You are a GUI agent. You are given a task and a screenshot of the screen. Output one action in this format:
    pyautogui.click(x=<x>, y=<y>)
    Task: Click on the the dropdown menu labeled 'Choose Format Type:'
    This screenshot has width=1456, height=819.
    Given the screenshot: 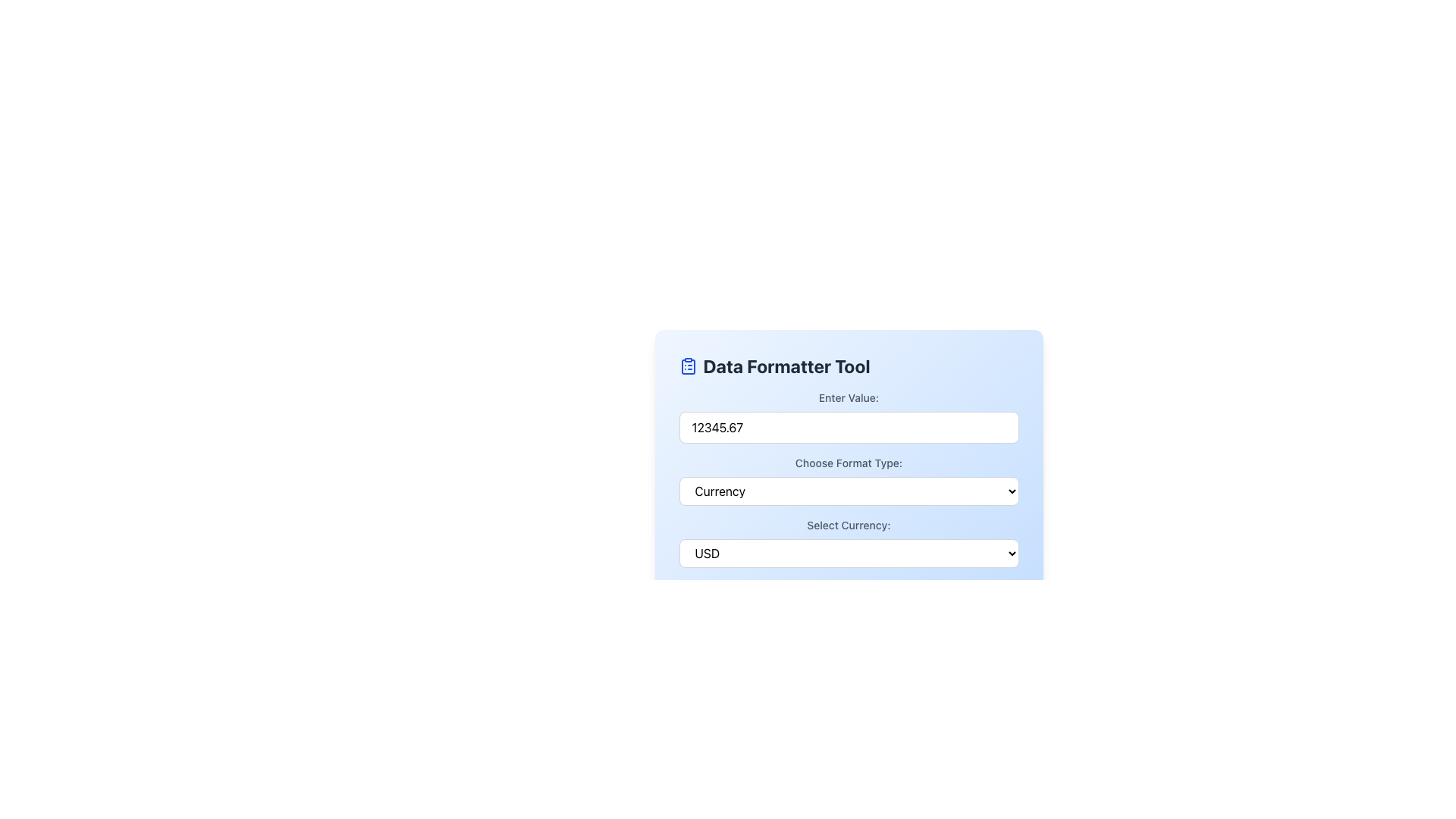 What is the action you would take?
    pyautogui.click(x=848, y=480)
    